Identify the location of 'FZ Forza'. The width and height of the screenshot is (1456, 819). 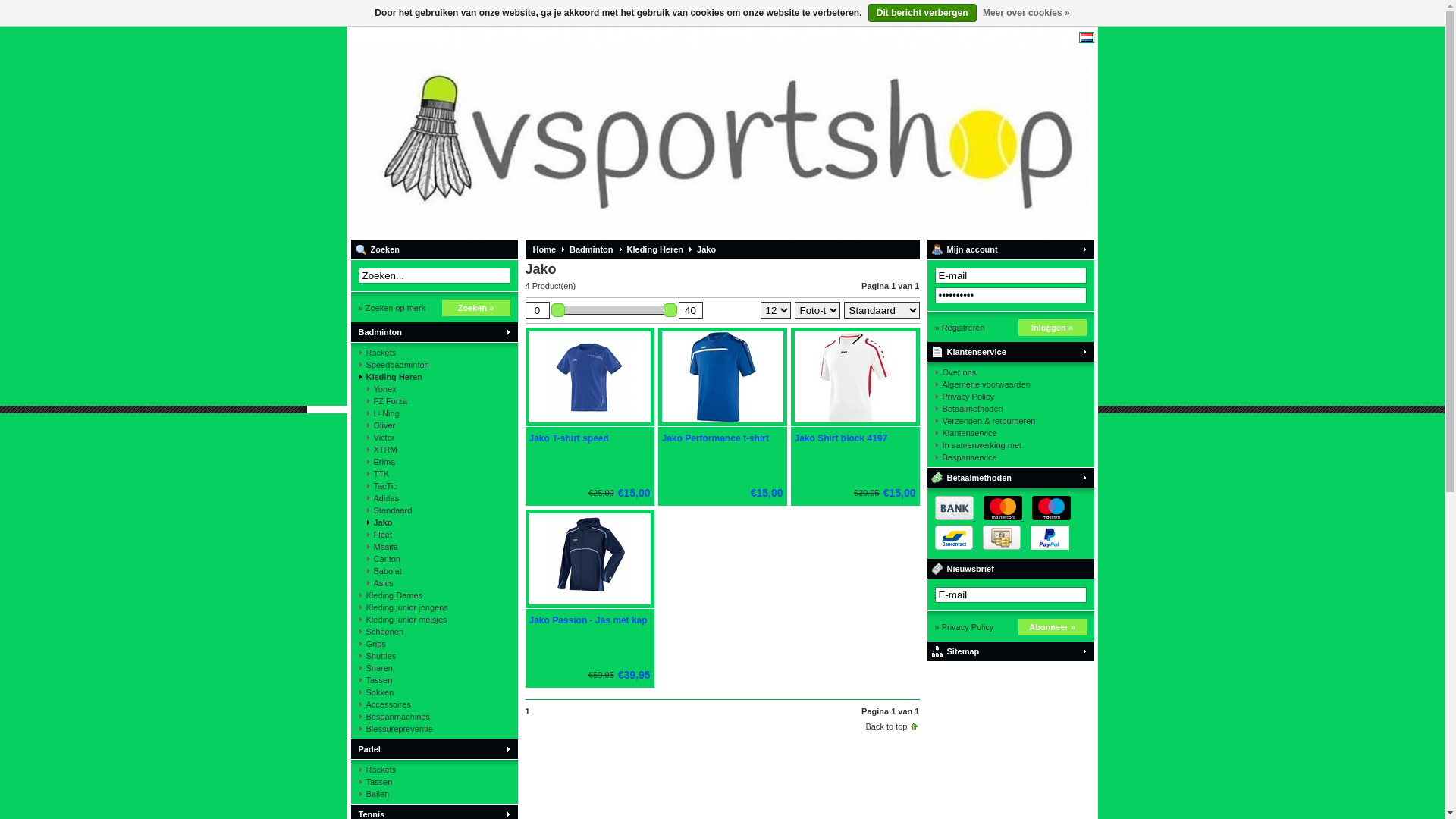
(432, 400).